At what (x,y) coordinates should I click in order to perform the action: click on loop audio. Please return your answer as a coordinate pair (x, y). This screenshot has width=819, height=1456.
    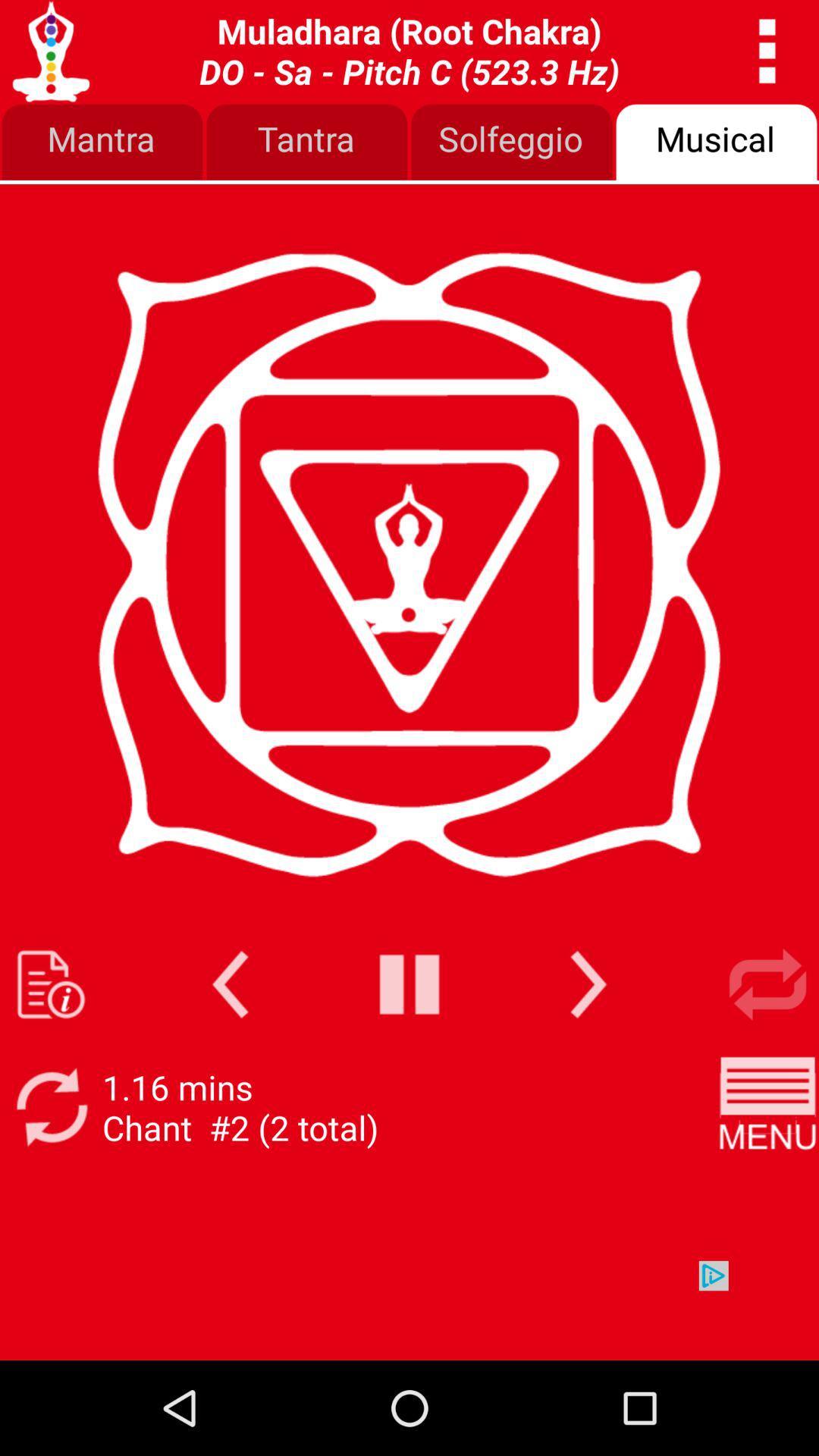
    Looking at the image, I should click on (767, 984).